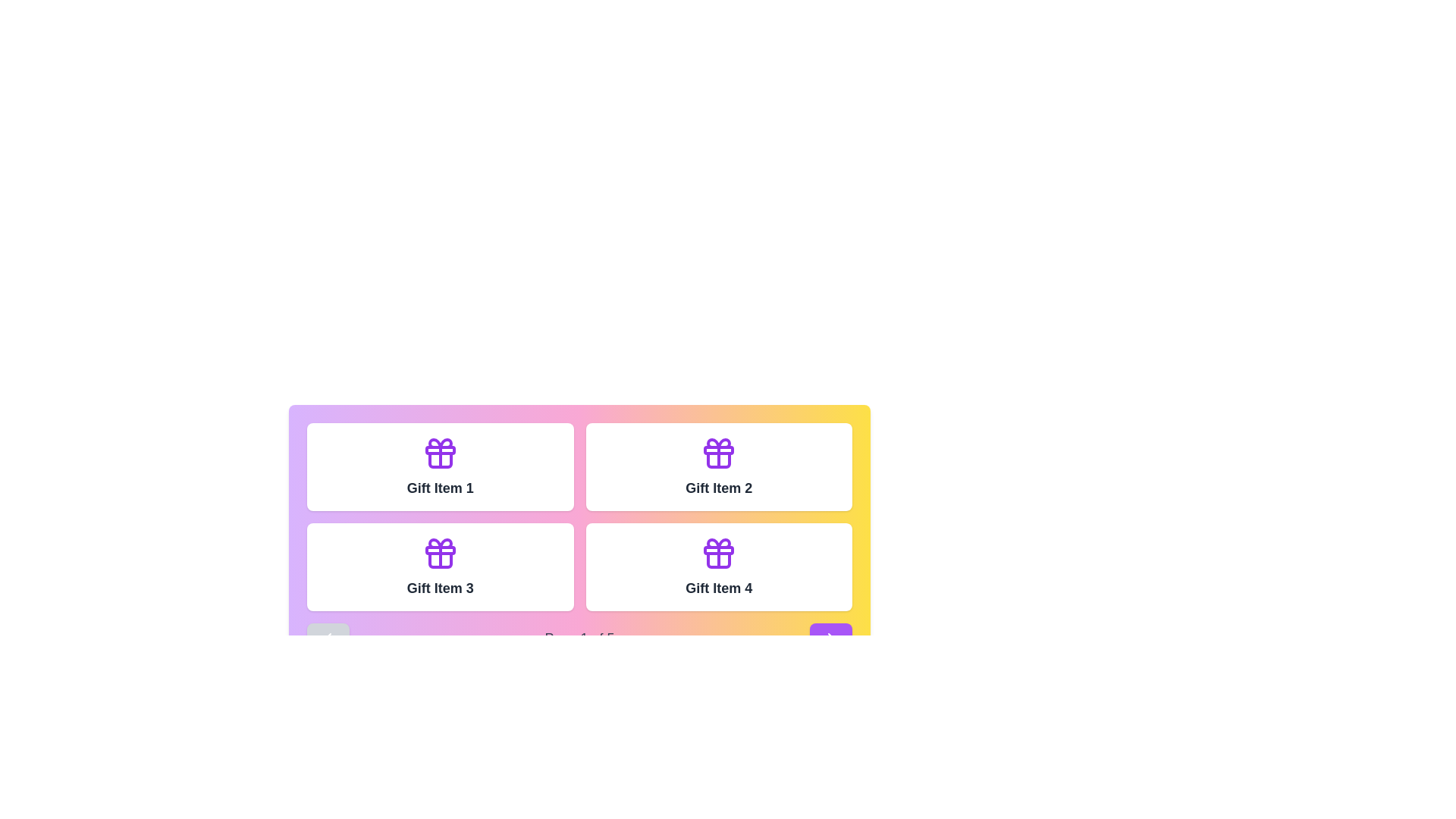 Image resolution: width=1456 pixels, height=819 pixels. What do you see at coordinates (327, 638) in the screenshot?
I see `the purple button with a chevron icon that navigates to the previous page, located at the bottom left of the interface` at bounding box center [327, 638].